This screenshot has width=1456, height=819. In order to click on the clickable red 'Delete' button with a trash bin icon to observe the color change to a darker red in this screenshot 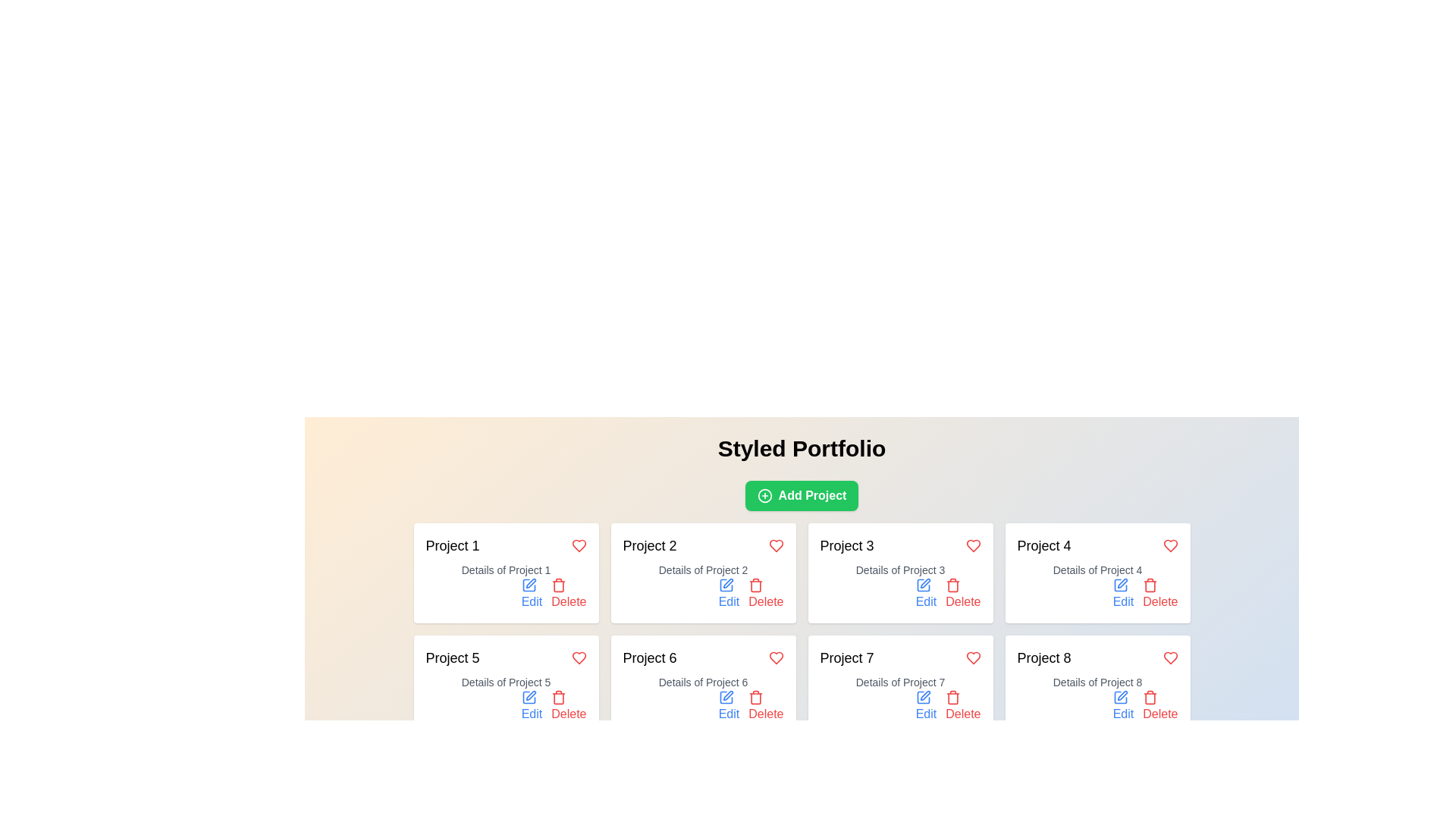, I will do `click(568, 593)`.